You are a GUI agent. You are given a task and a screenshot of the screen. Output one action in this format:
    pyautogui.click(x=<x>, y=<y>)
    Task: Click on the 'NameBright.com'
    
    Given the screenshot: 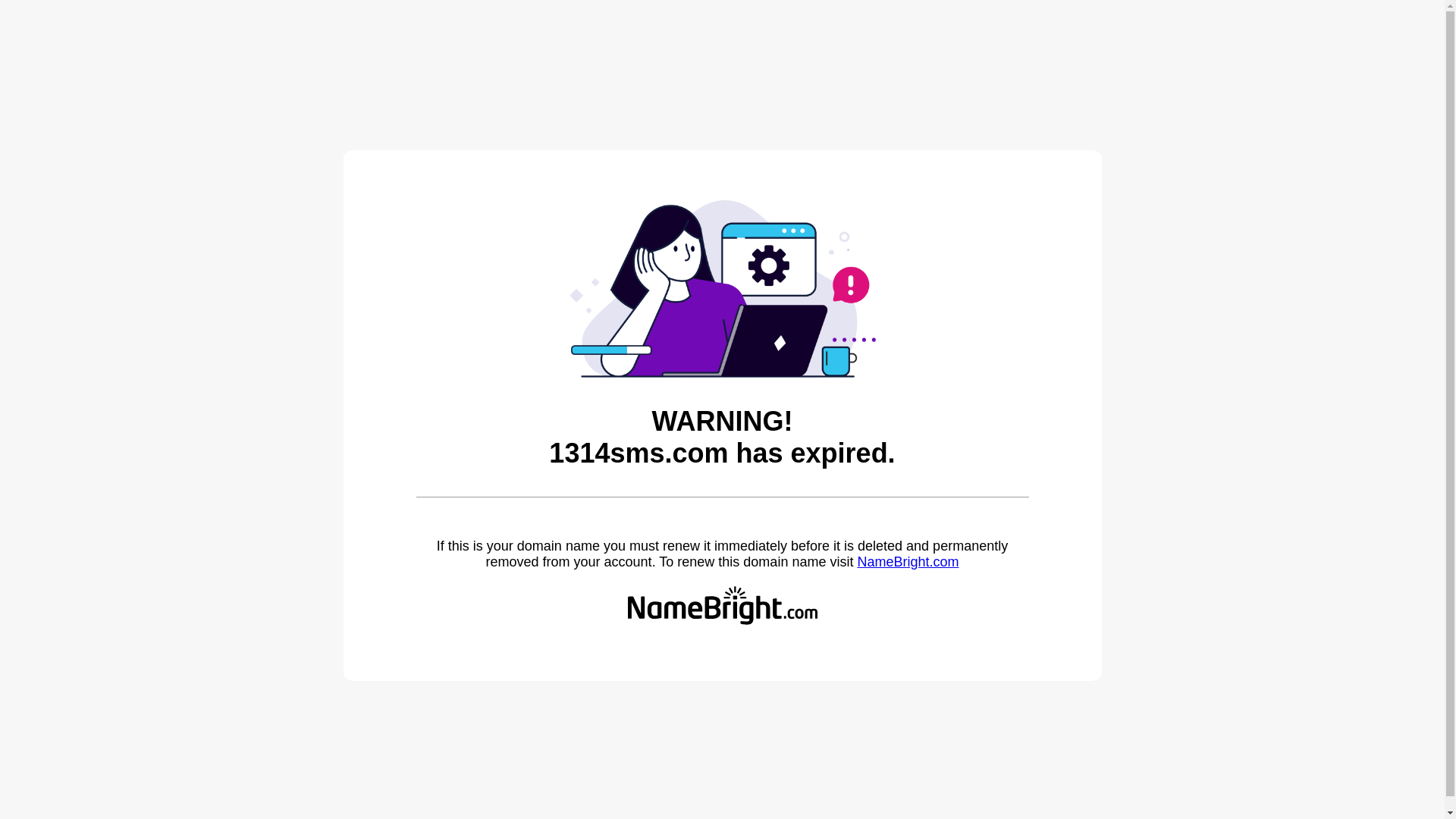 What is the action you would take?
    pyautogui.click(x=907, y=561)
    